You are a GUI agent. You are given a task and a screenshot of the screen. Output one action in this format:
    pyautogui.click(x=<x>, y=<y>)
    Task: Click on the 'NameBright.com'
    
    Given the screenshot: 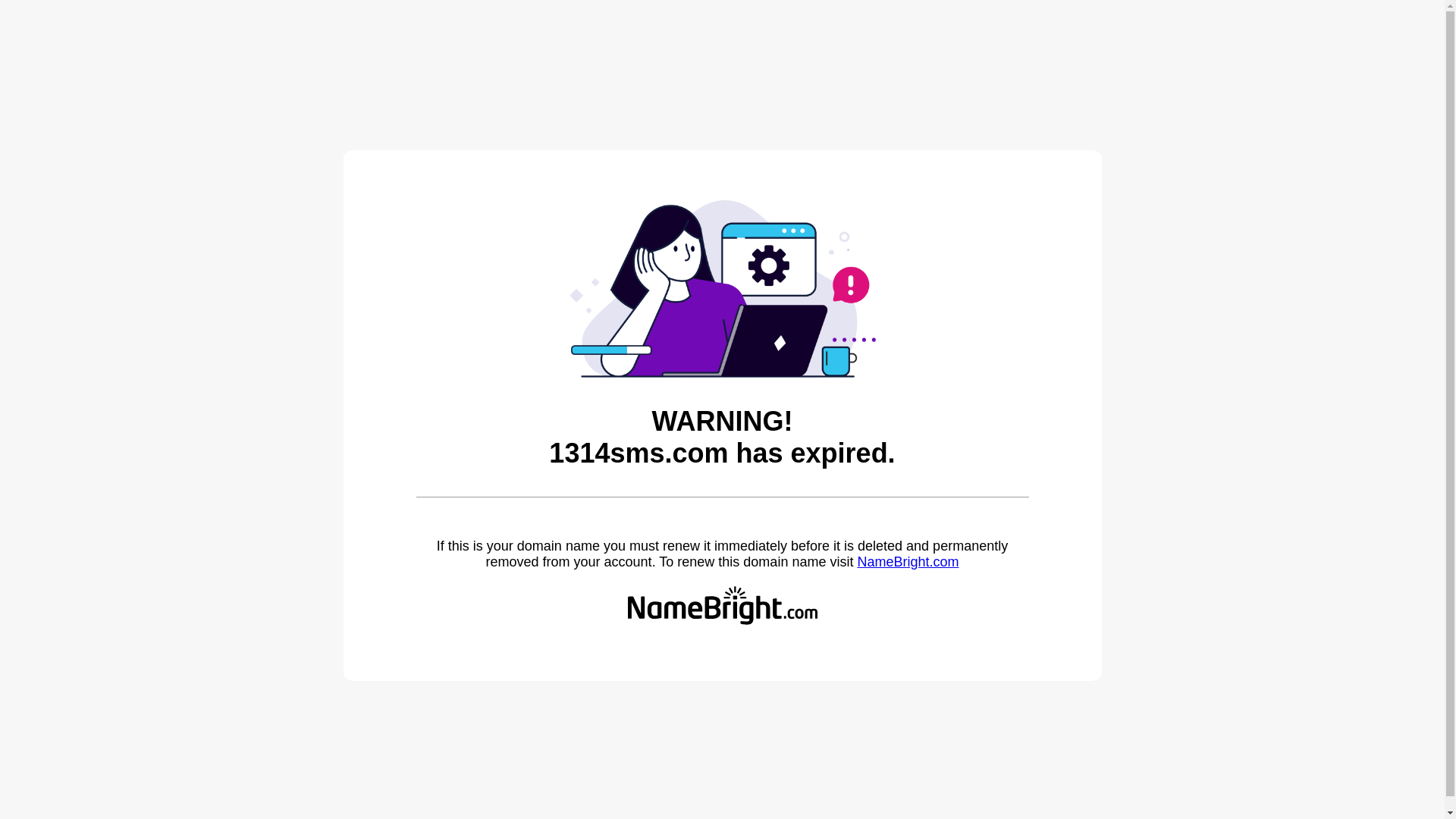 What is the action you would take?
    pyautogui.click(x=907, y=561)
    